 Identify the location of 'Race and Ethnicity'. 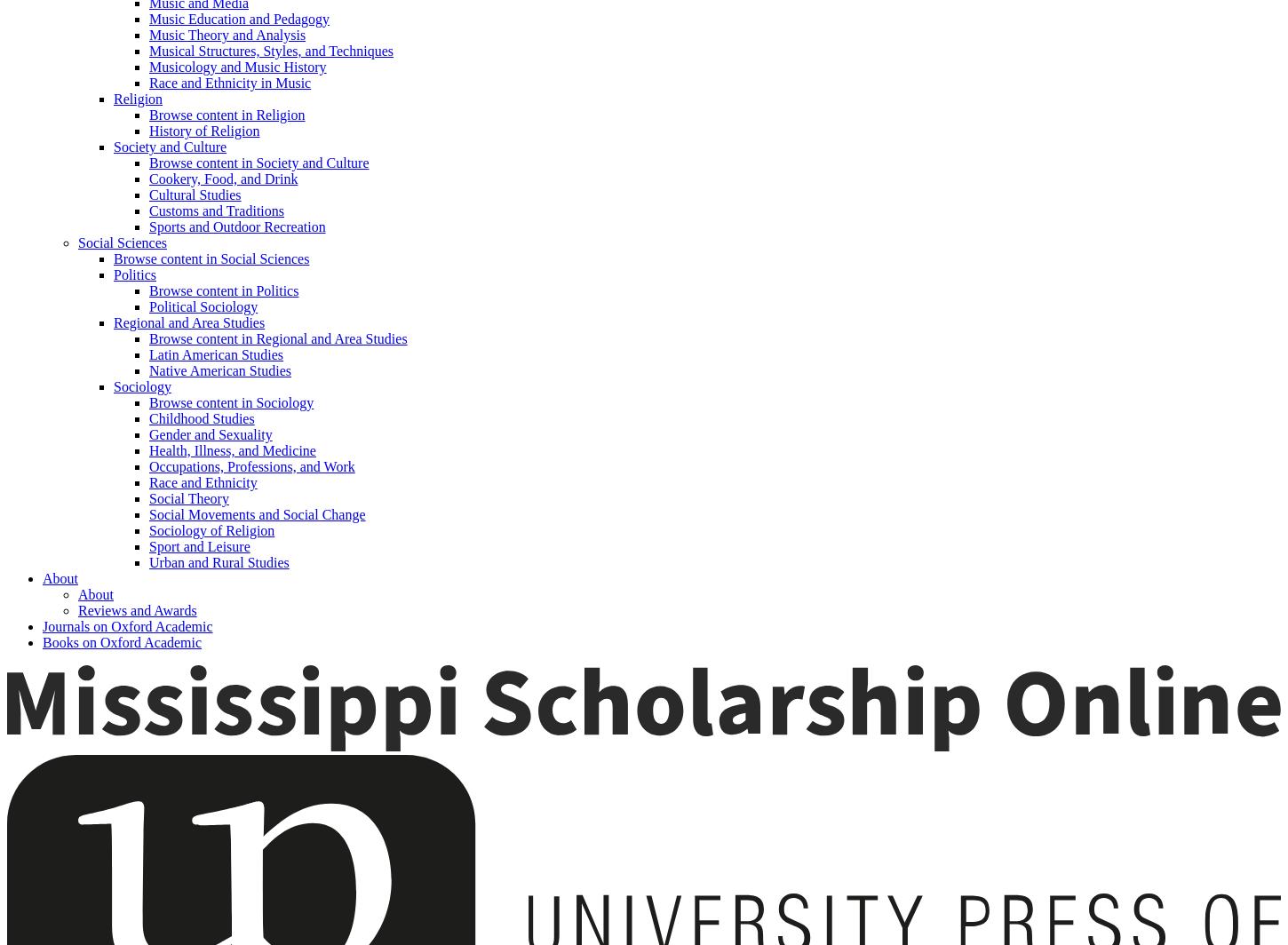
(202, 482).